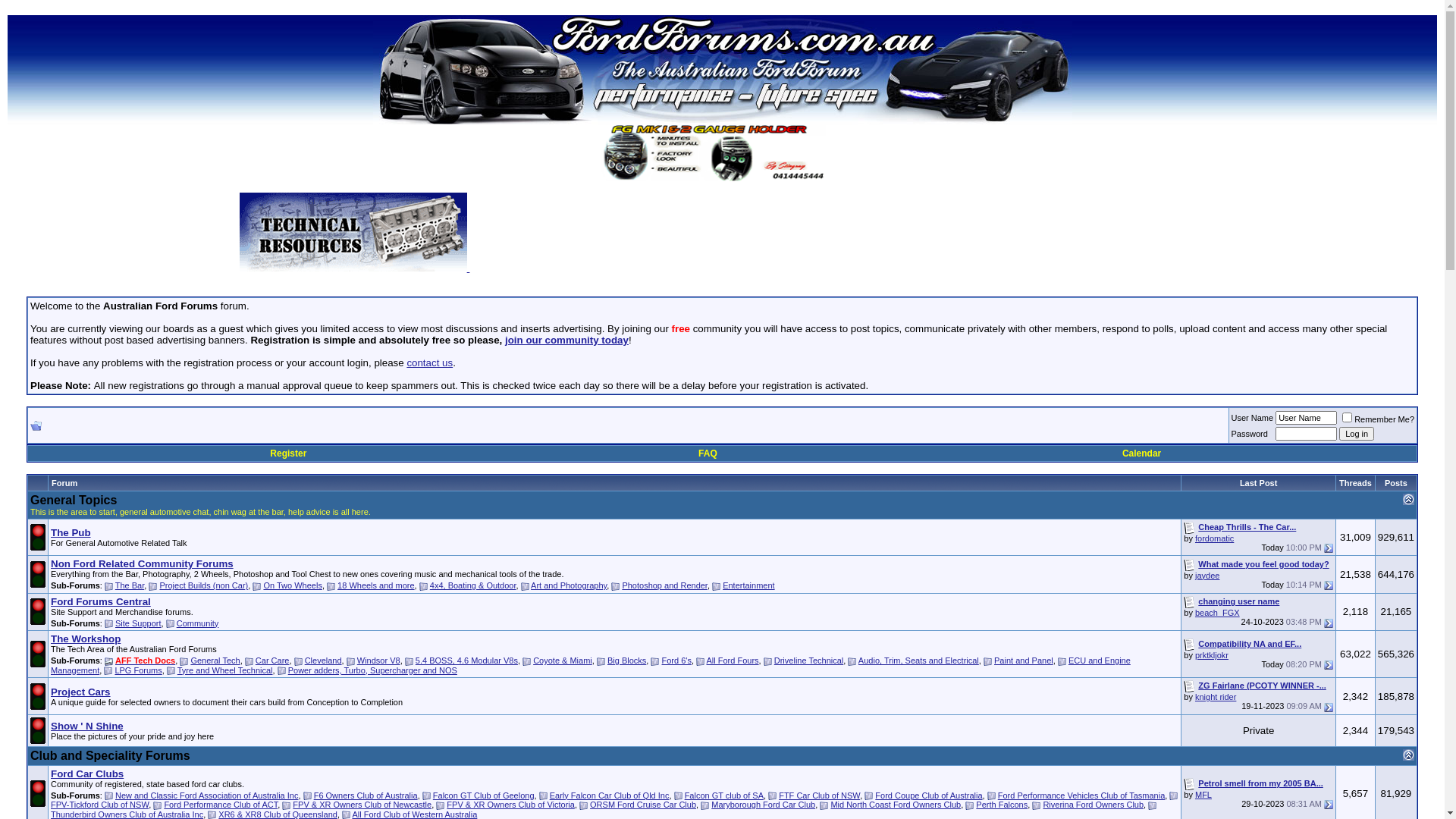  Describe the element at coordinates (1217, 611) in the screenshot. I see `'beach_FGX'` at that location.